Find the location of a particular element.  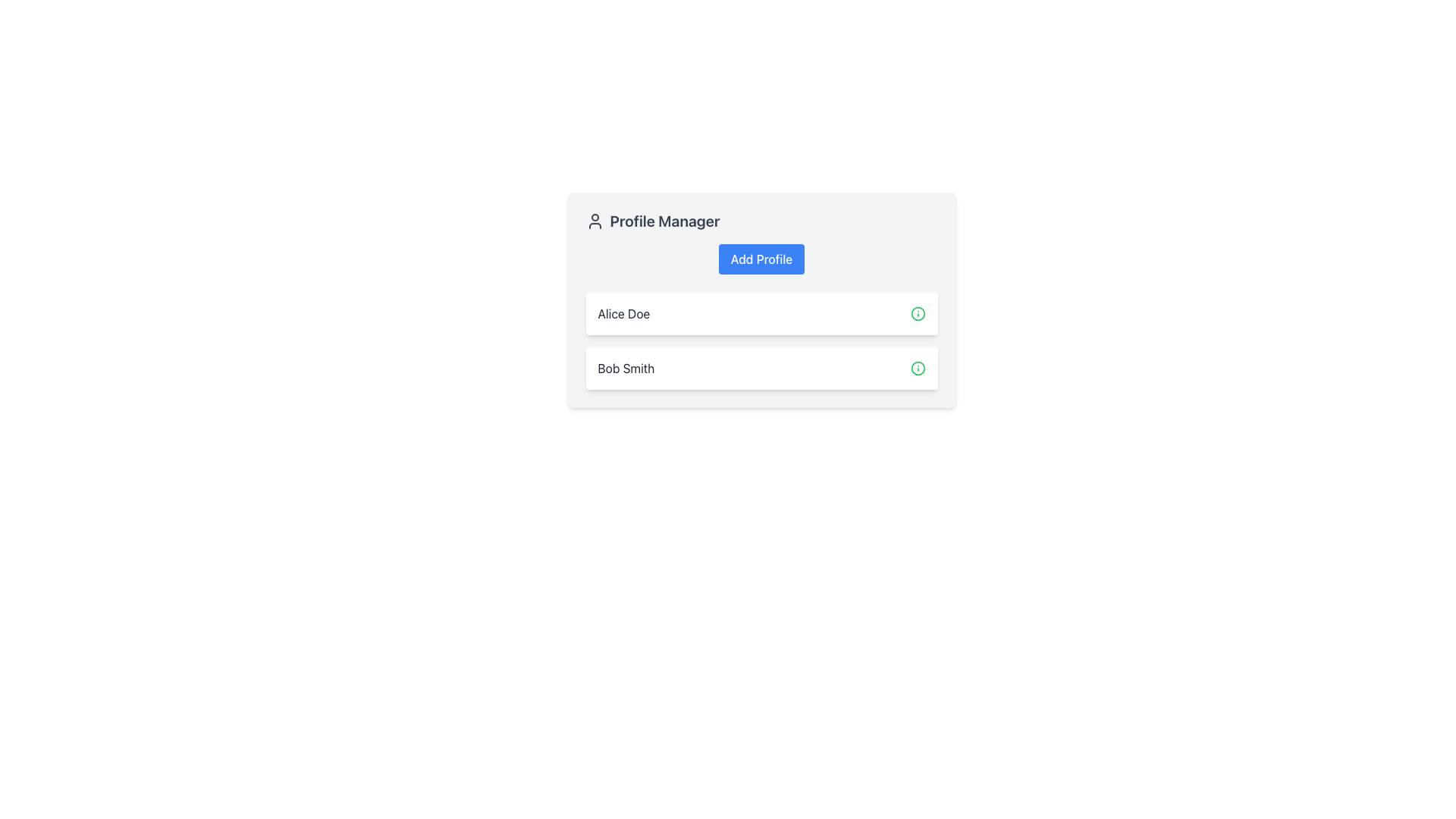

the user icon, which is a simplified outline of a head above rounded shoulders, located at the top-left corner of the 'Profile Manager' box is located at coordinates (594, 221).